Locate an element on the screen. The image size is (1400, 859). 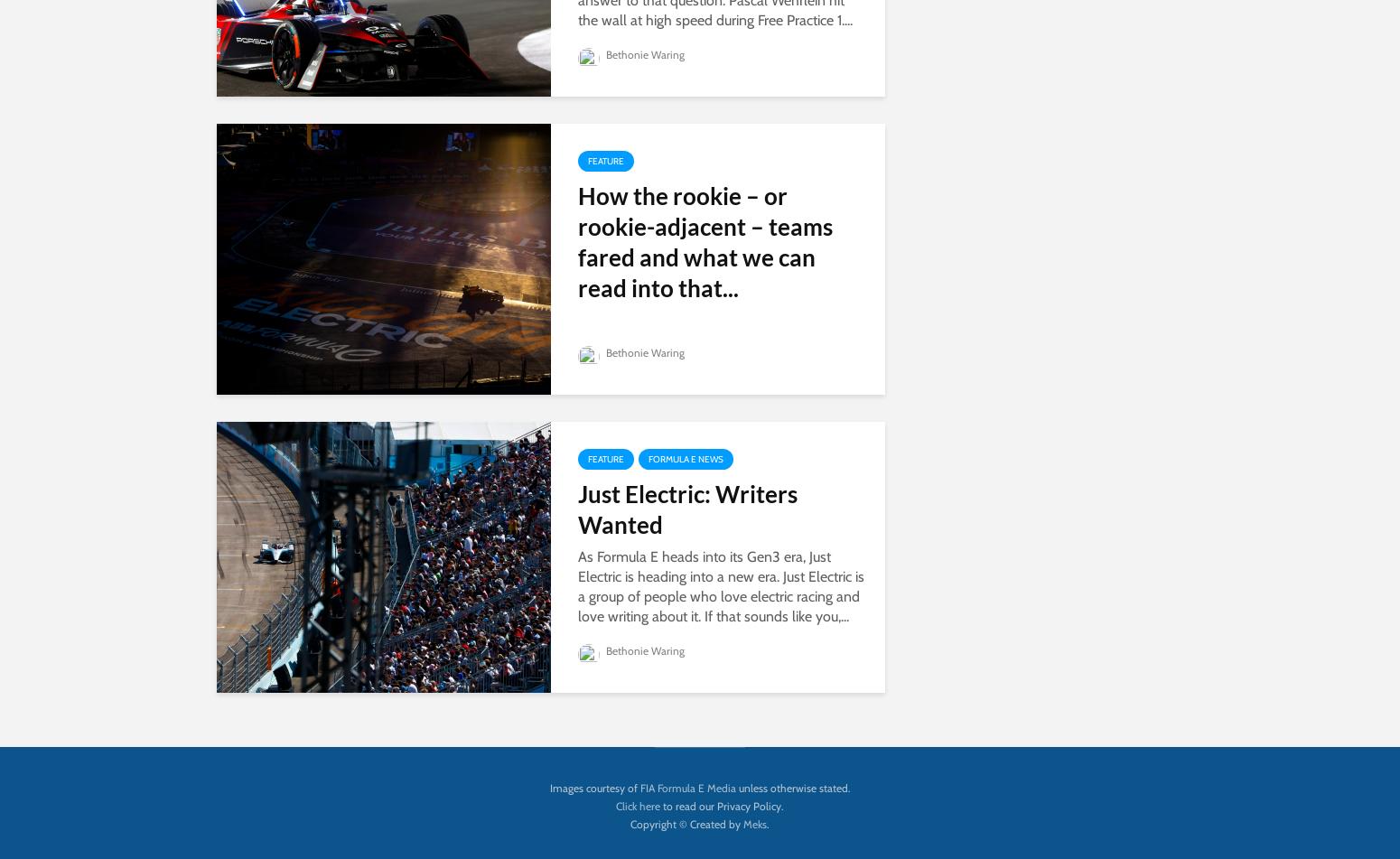
'Formula E News' is located at coordinates (686, 457).